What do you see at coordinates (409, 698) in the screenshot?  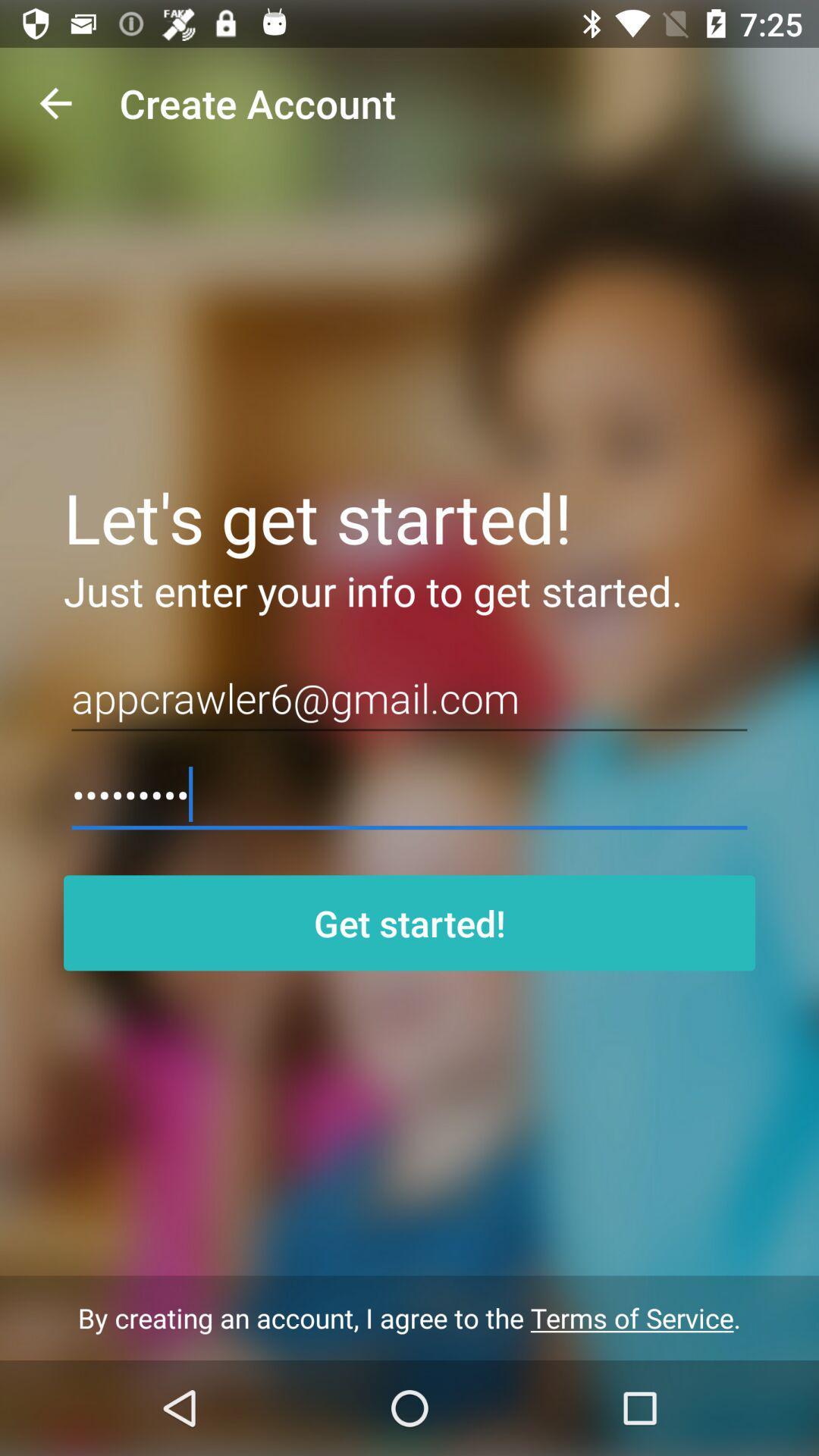 I see `the icon above the crowd3116` at bounding box center [409, 698].